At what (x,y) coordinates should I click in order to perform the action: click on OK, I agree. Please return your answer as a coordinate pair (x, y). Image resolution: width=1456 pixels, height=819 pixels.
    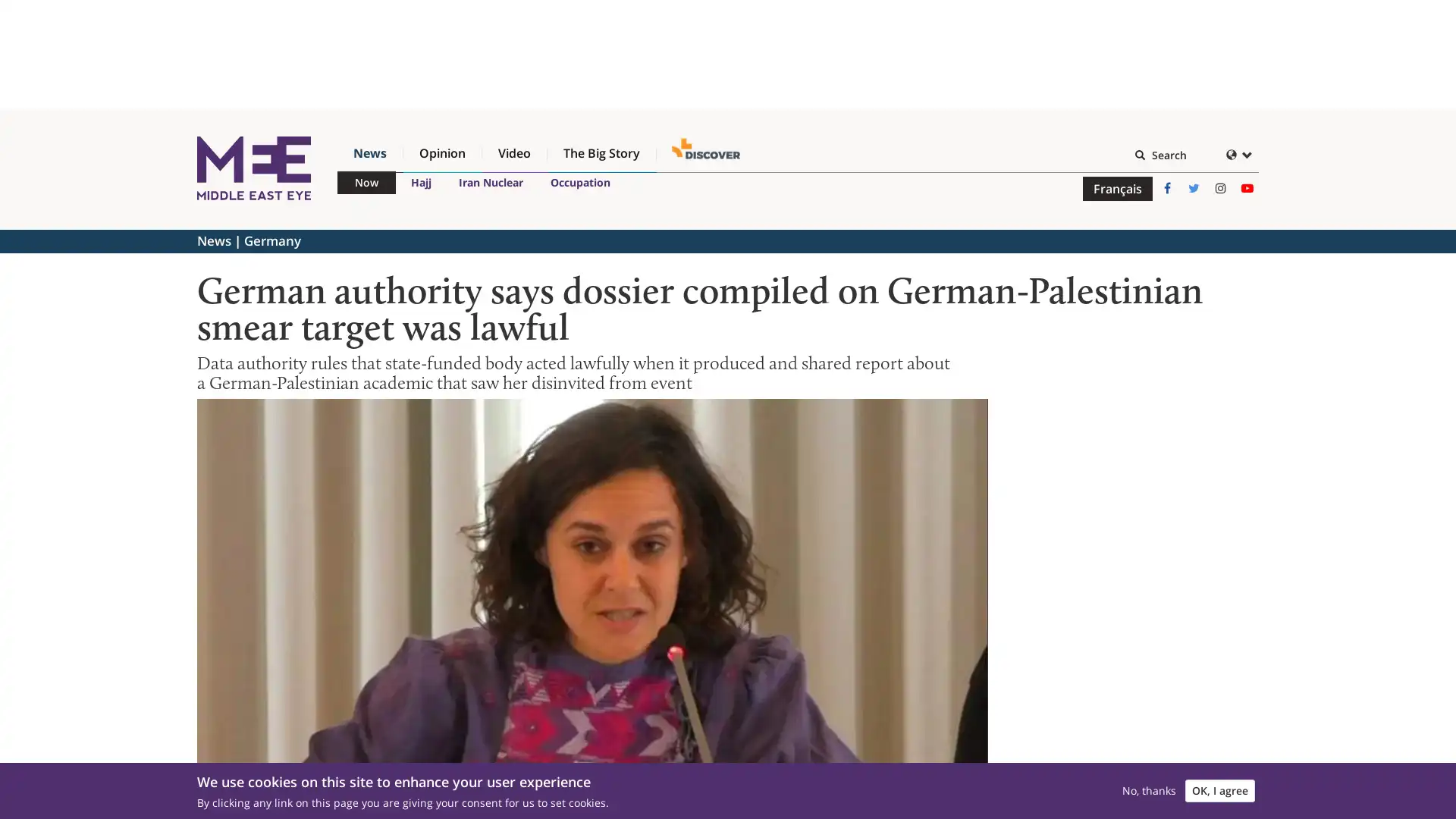
    Looking at the image, I should click on (1219, 785).